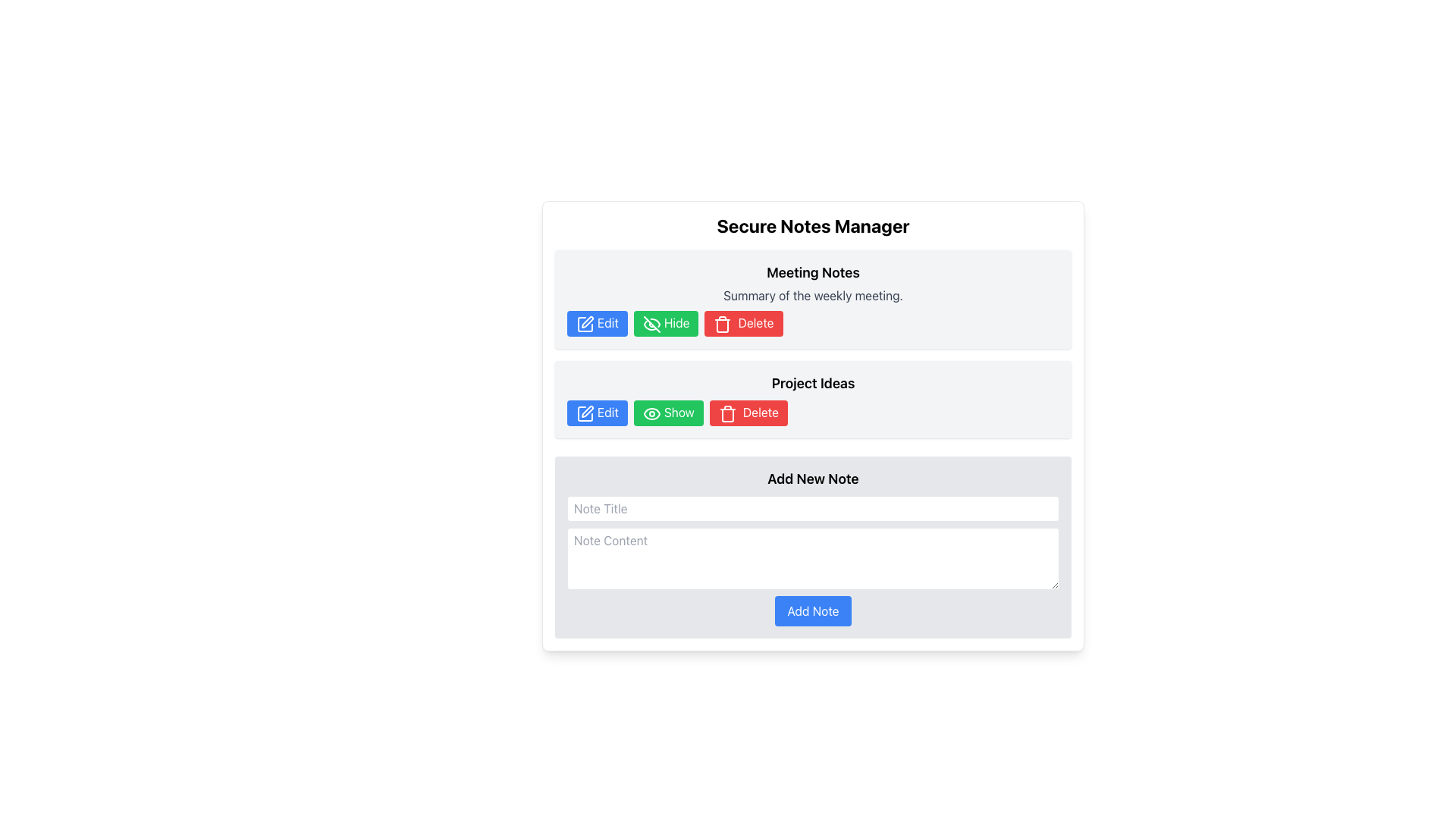  I want to click on the Text Label that serves as a descriptive title, positioned below the 'Meeting Notes' section and above the buttons labeled 'Edit', 'Show', and 'Delete', so click(812, 382).